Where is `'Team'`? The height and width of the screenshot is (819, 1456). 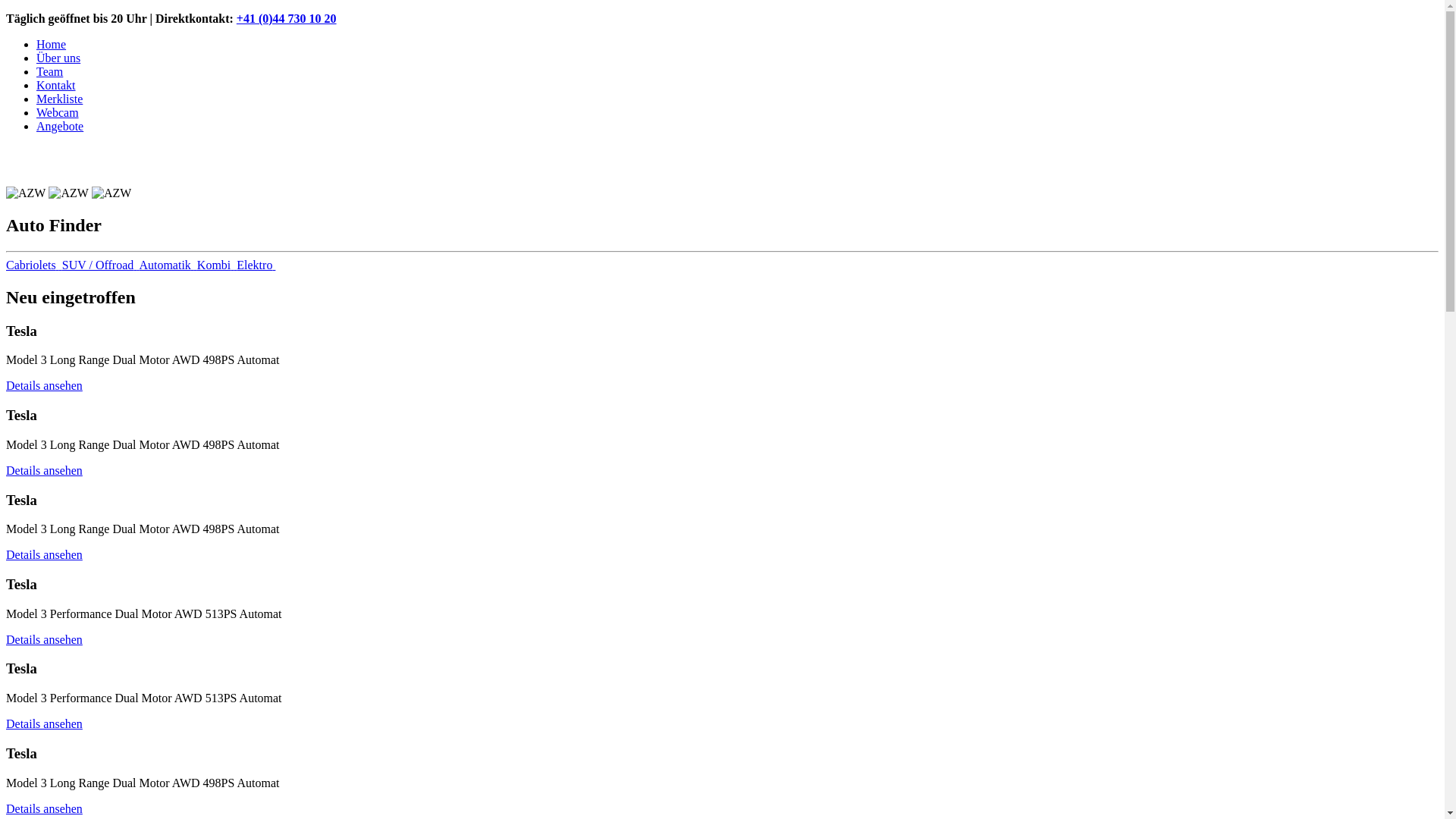 'Team' is located at coordinates (36, 71).